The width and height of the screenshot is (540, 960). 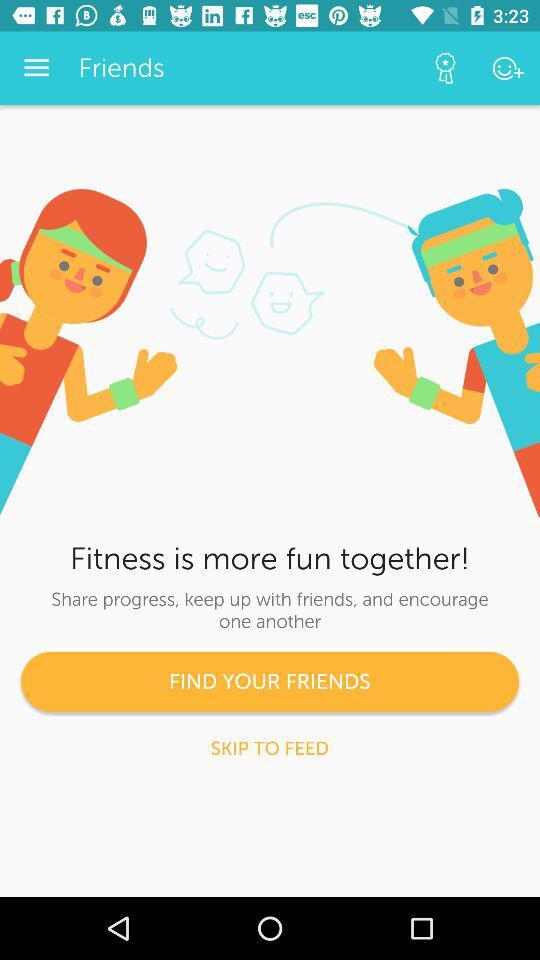 I want to click on the skip to feed icon, so click(x=269, y=747).